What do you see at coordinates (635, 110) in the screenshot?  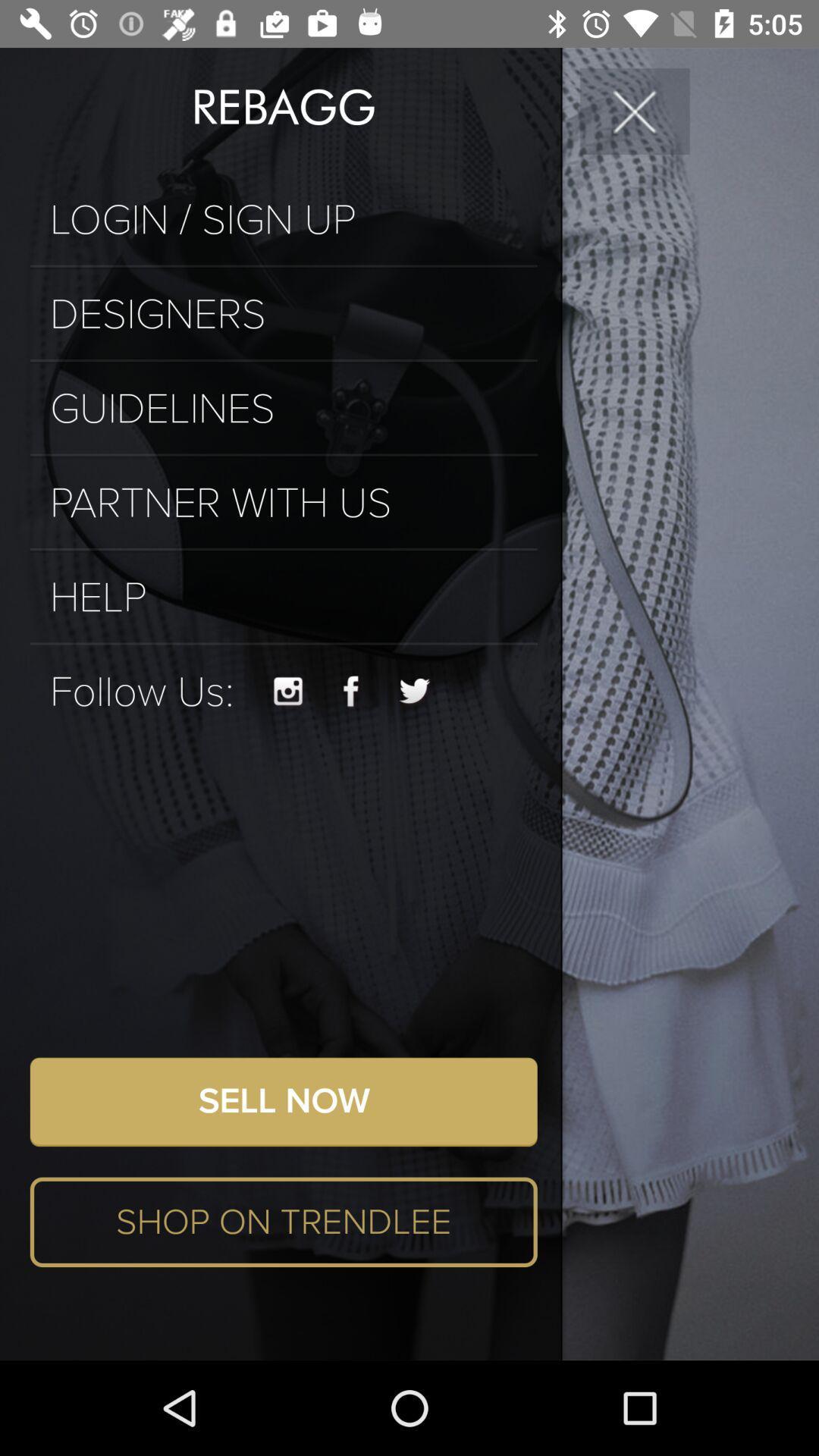 I see `the icon to the right of the rebagg icon` at bounding box center [635, 110].